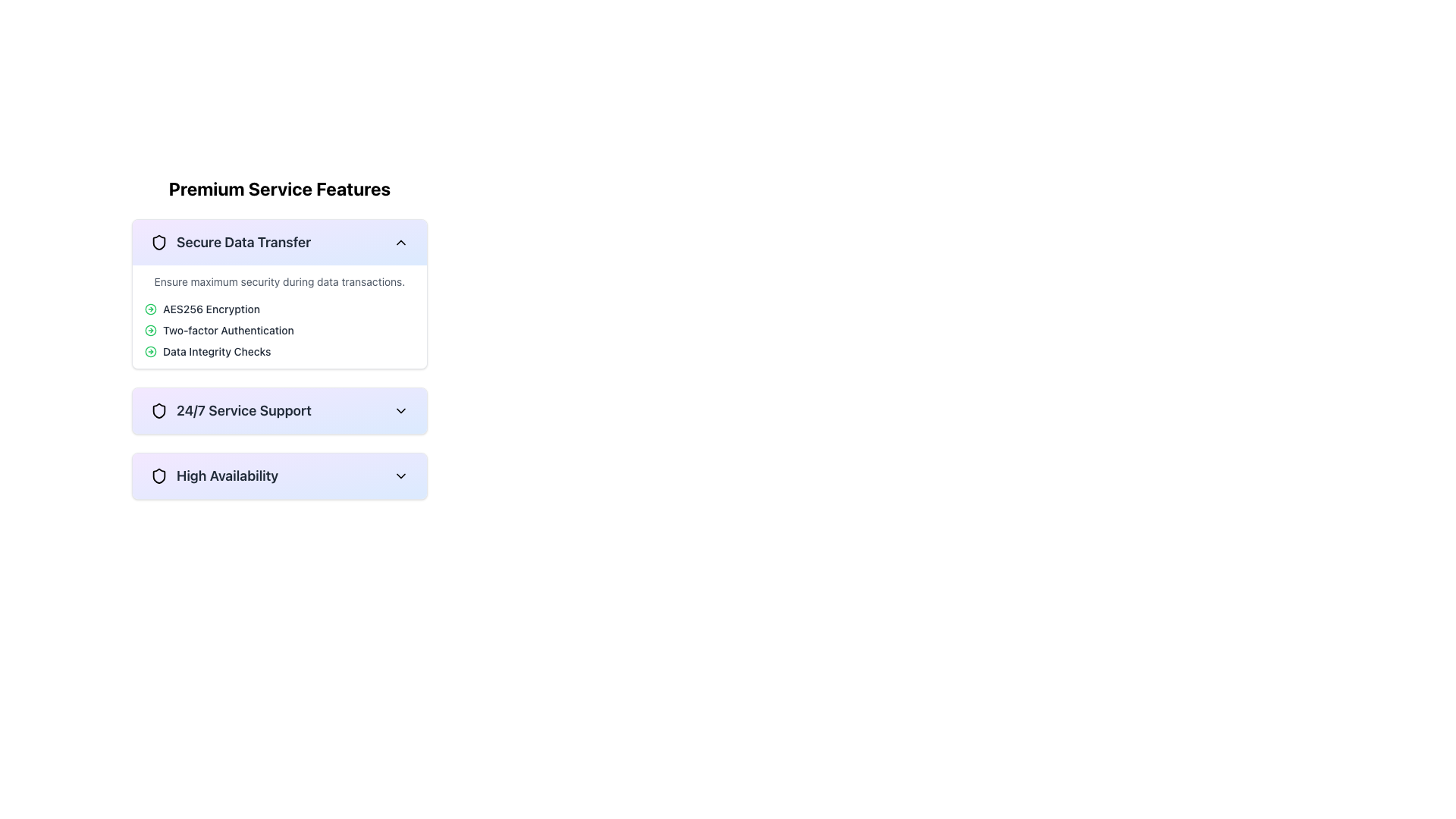  What do you see at coordinates (280, 351) in the screenshot?
I see `the third item in the vertical list under the 'Secure Data Transfer' section` at bounding box center [280, 351].